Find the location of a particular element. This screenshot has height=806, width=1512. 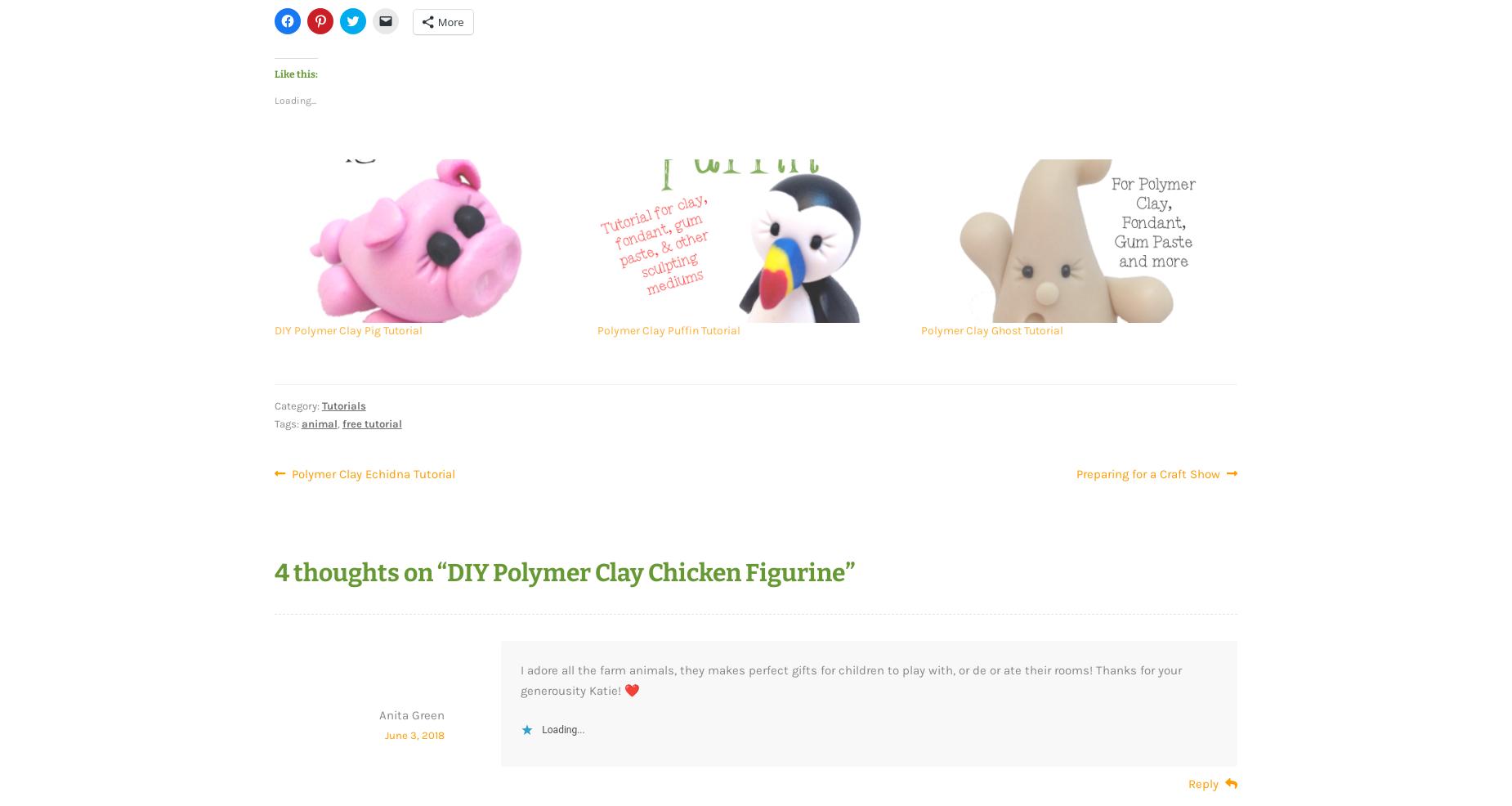

'Reply' is located at coordinates (1203, 782).